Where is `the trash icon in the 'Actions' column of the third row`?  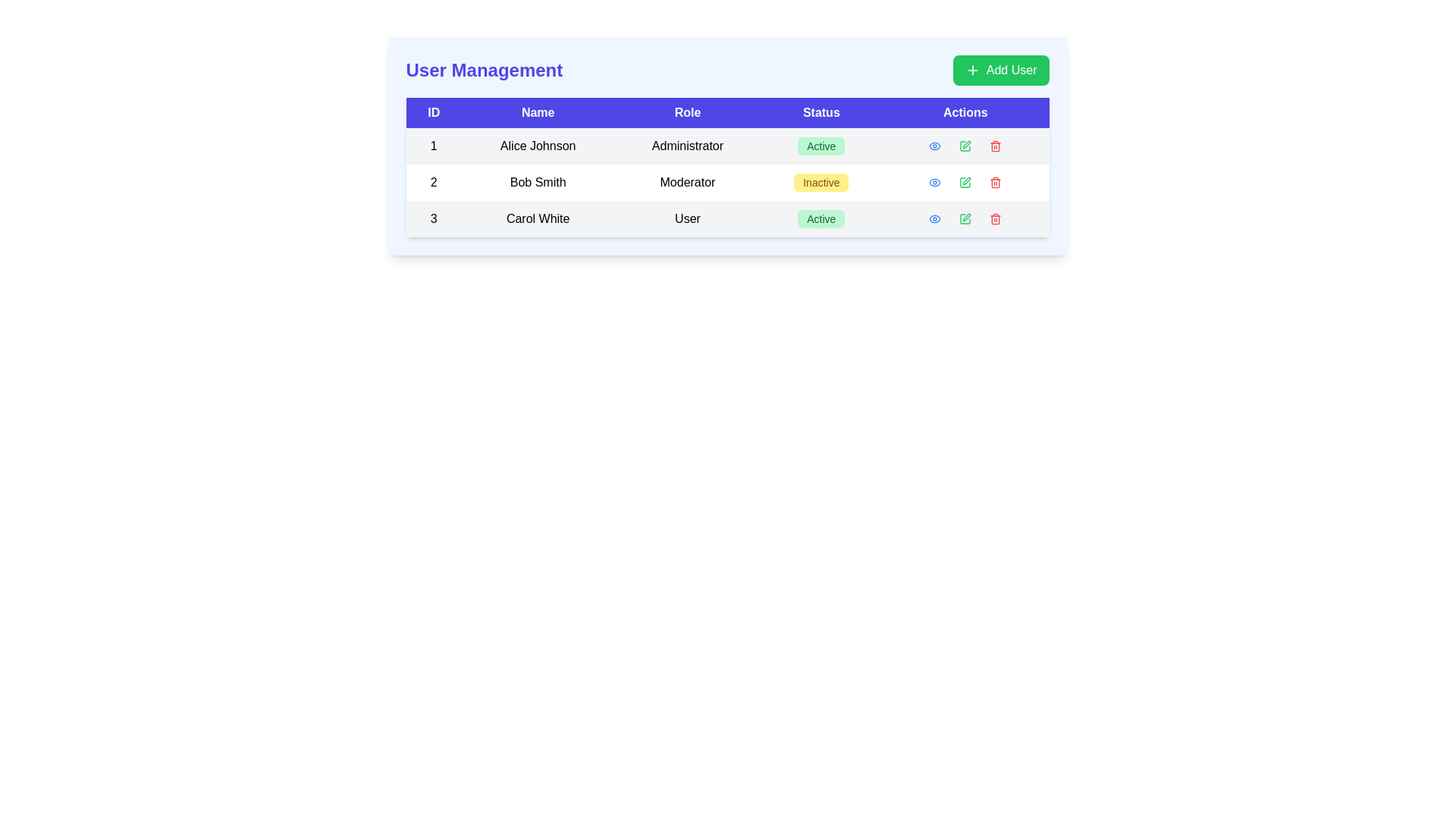 the trash icon in the 'Actions' column of the third row is located at coordinates (996, 219).